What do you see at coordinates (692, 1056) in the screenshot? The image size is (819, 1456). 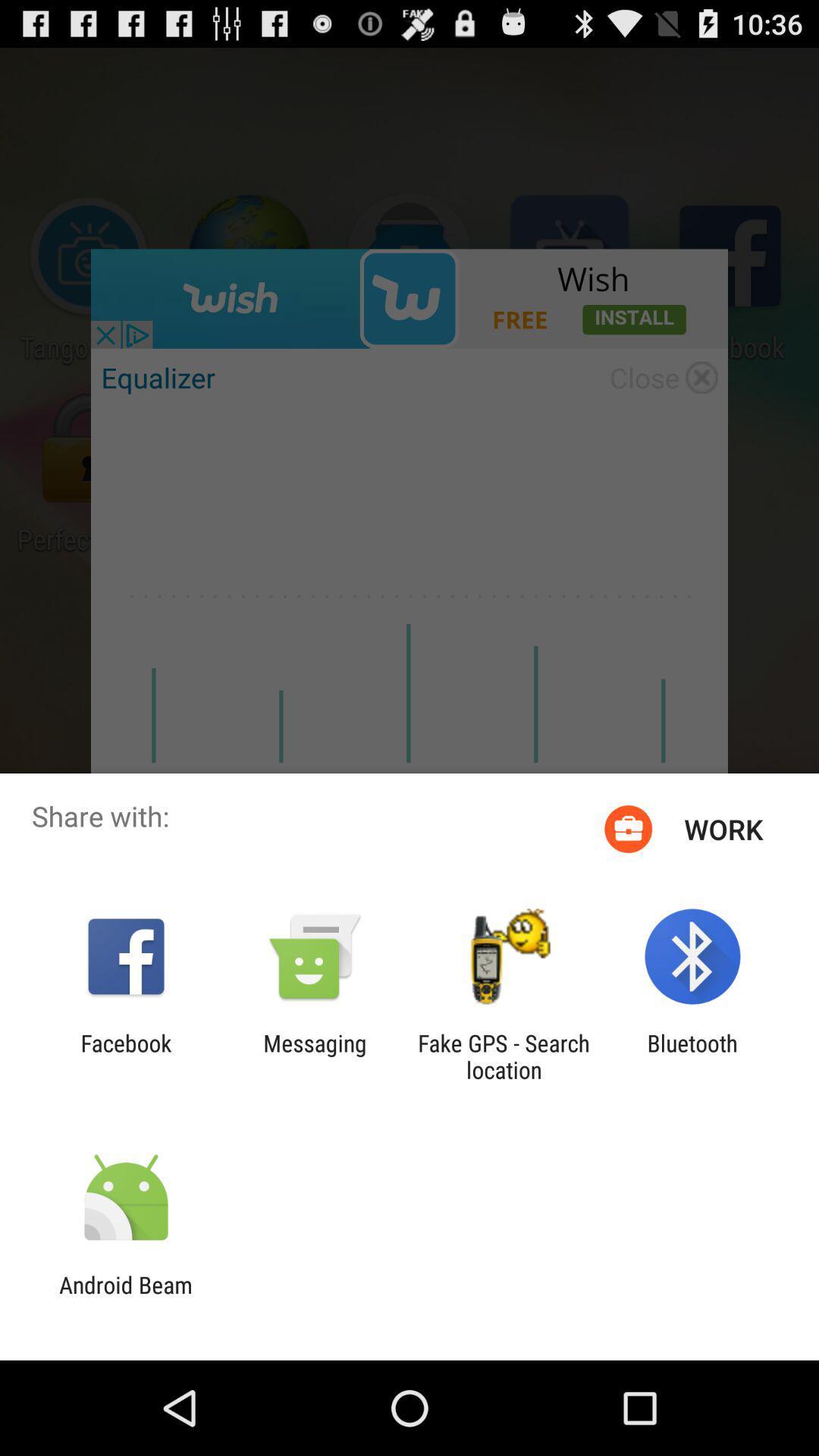 I see `the bluetooth icon` at bounding box center [692, 1056].